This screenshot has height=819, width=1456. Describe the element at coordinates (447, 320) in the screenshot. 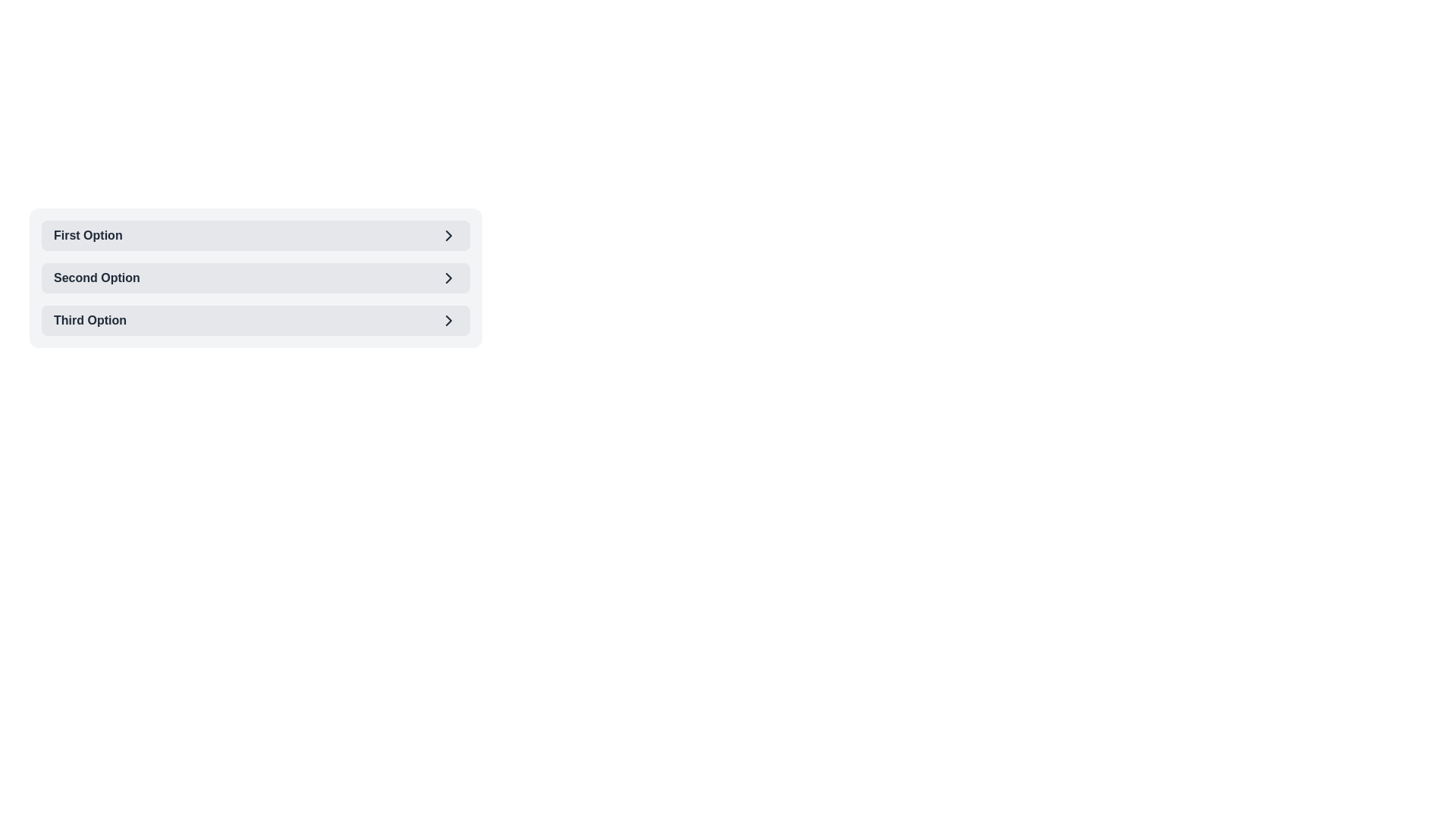

I see `the right-pointing chevron icon used for navigation or expansion, located at the far right of the third row, aligned with the 'Third Option' label` at that location.